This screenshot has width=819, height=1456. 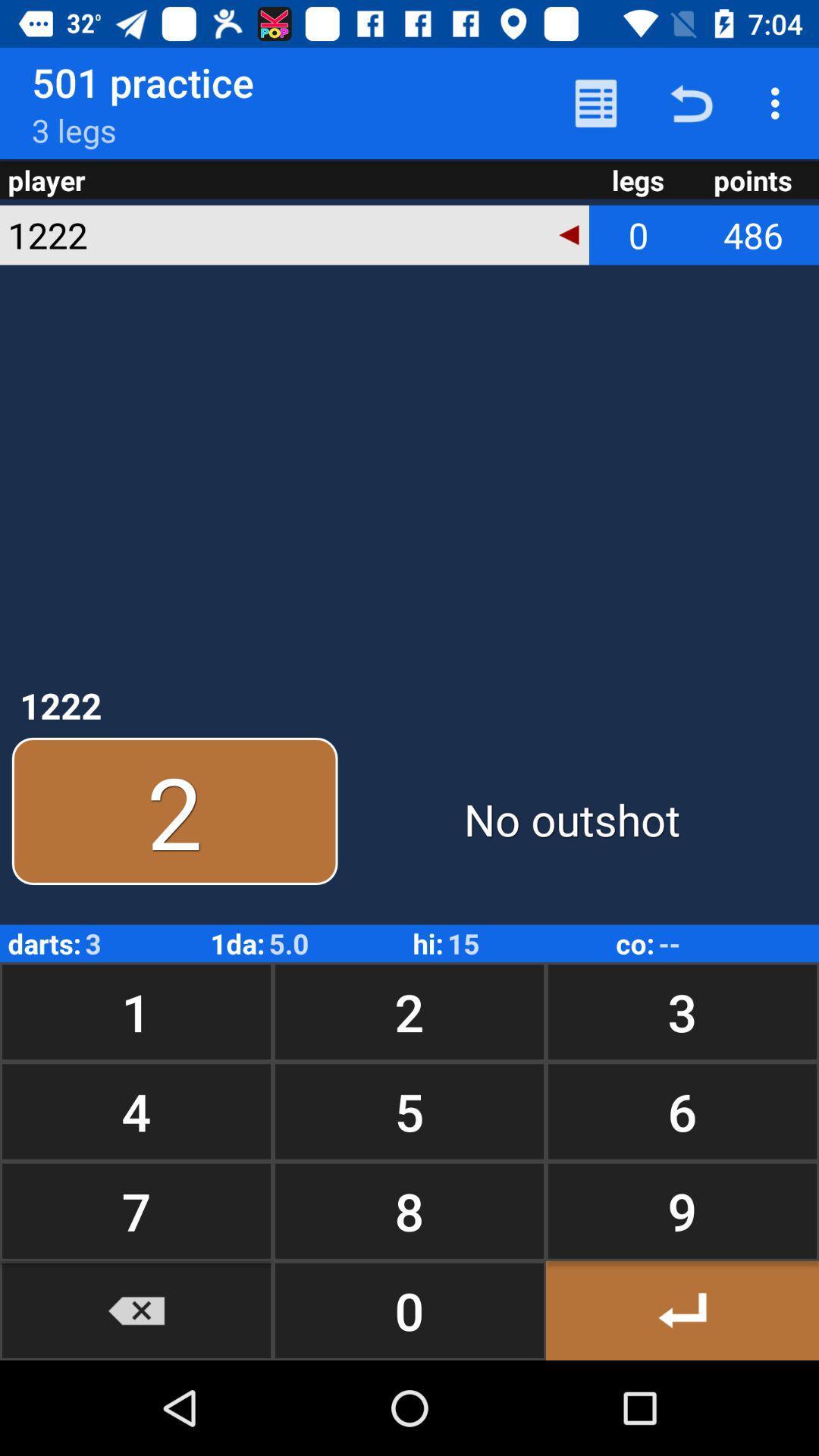 I want to click on the item to the right of player, so click(x=595, y=102).